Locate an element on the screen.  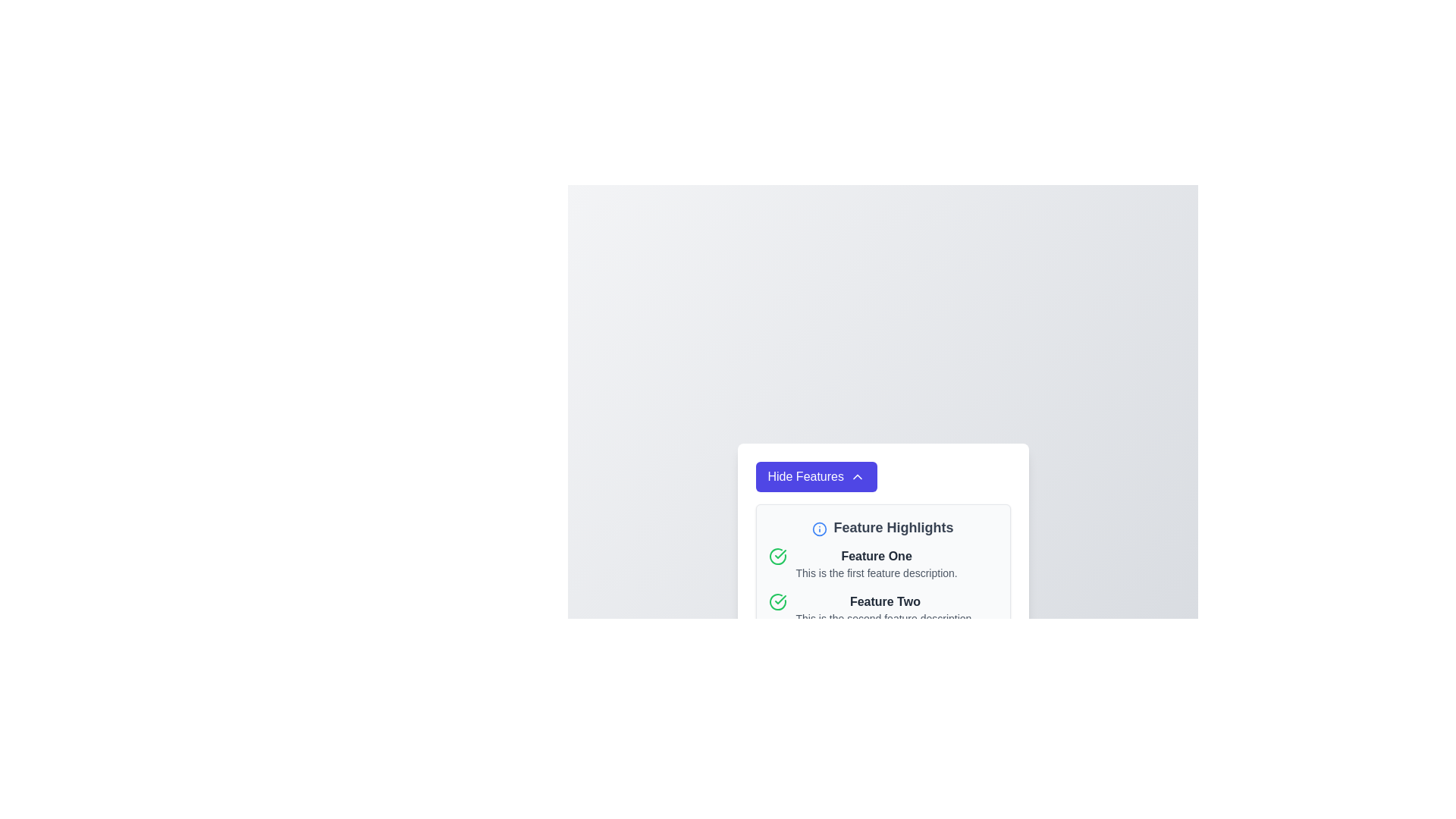
the second descriptive text block under the 'Feature Highlights' section to interact with related elements is located at coordinates (884, 608).